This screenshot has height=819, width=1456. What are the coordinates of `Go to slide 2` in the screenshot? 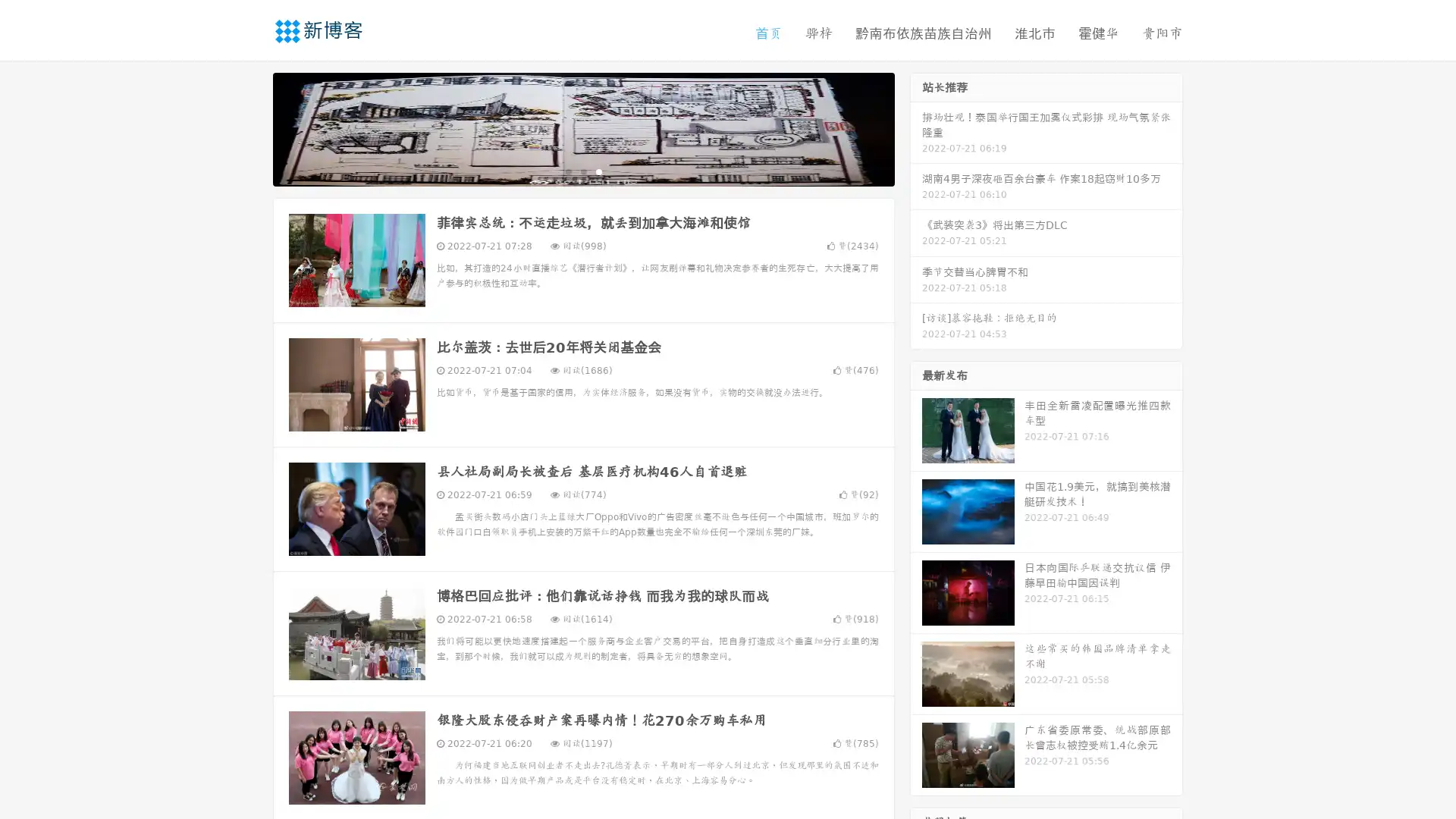 It's located at (582, 171).